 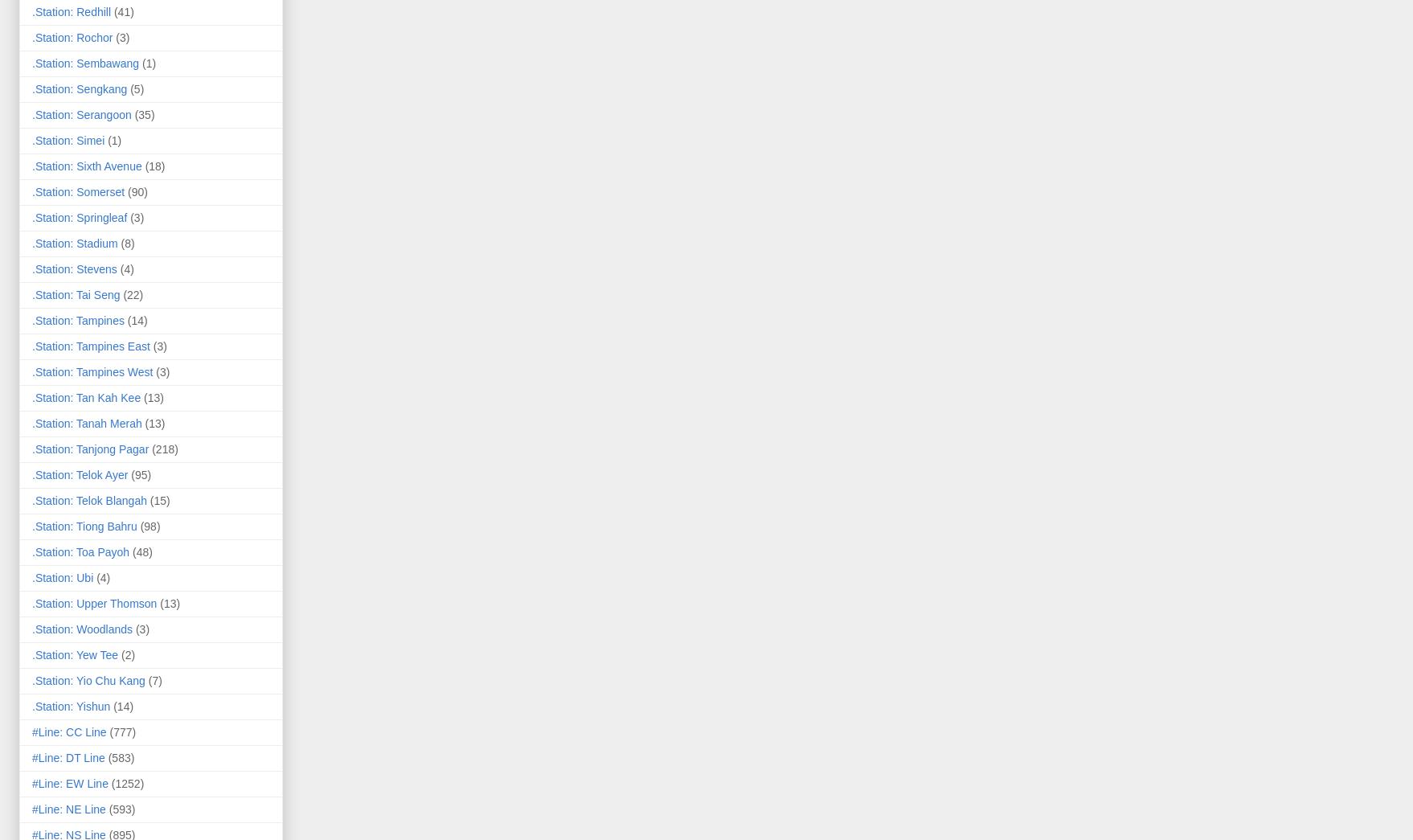 What do you see at coordinates (136, 88) in the screenshot?
I see `'(5)'` at bounding box center [136, 88].